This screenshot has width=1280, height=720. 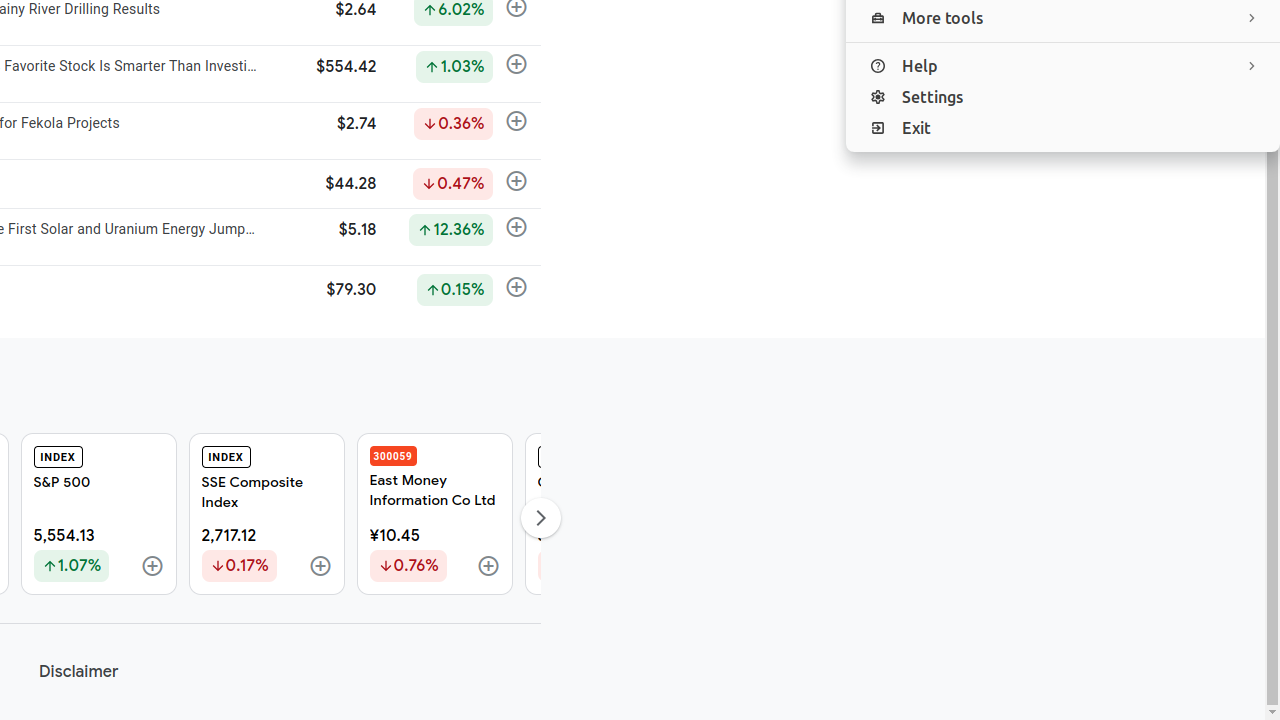 I want to click on 'Exit', so click(x=1062, y=128).